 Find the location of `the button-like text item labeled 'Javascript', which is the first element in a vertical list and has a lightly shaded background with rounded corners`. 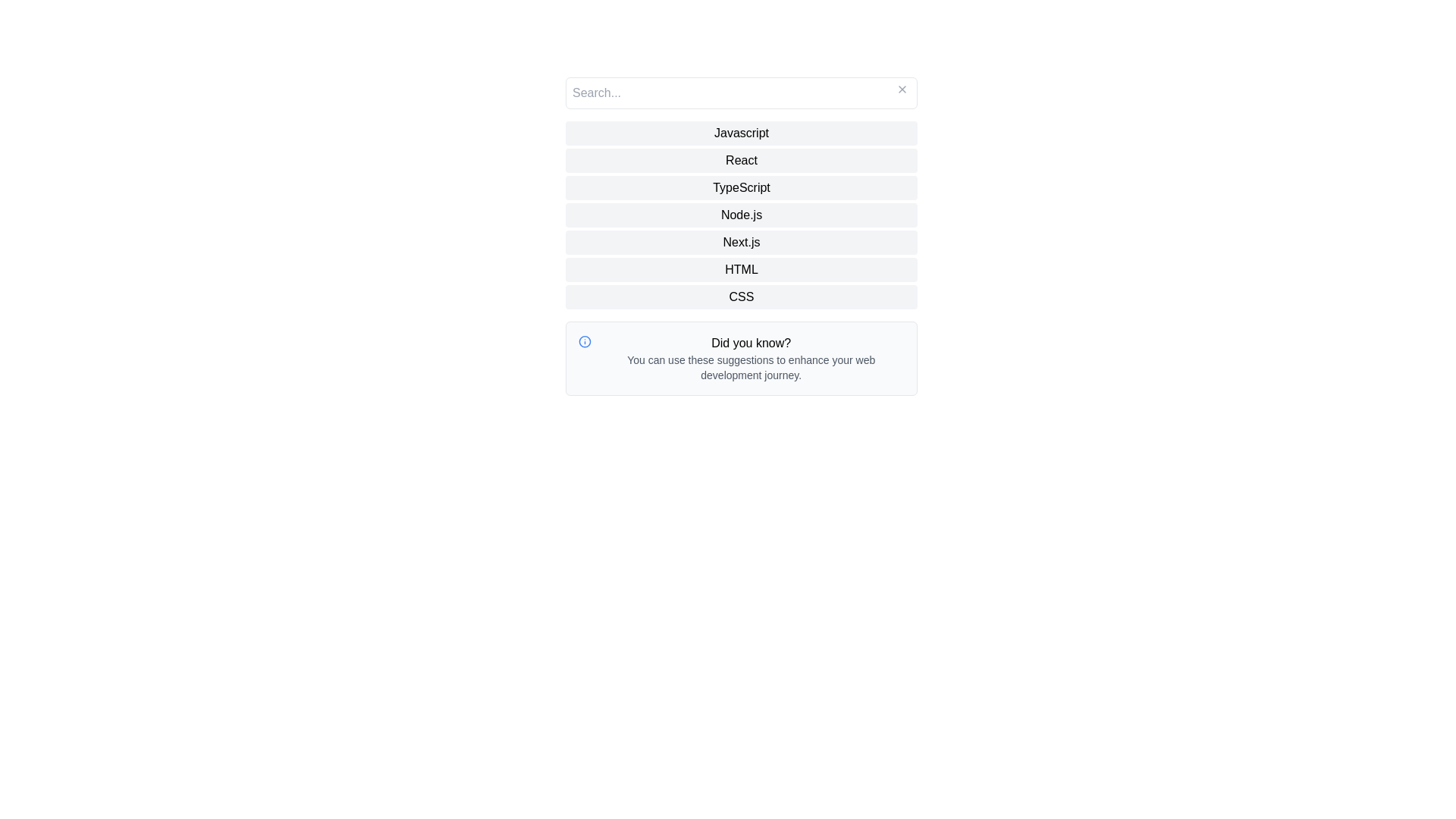

the button-like text item labeled 'Javascript', which is the first element in a vertical list and has a lightly shaded background with rounded corners is located at coordinates (742, 133).